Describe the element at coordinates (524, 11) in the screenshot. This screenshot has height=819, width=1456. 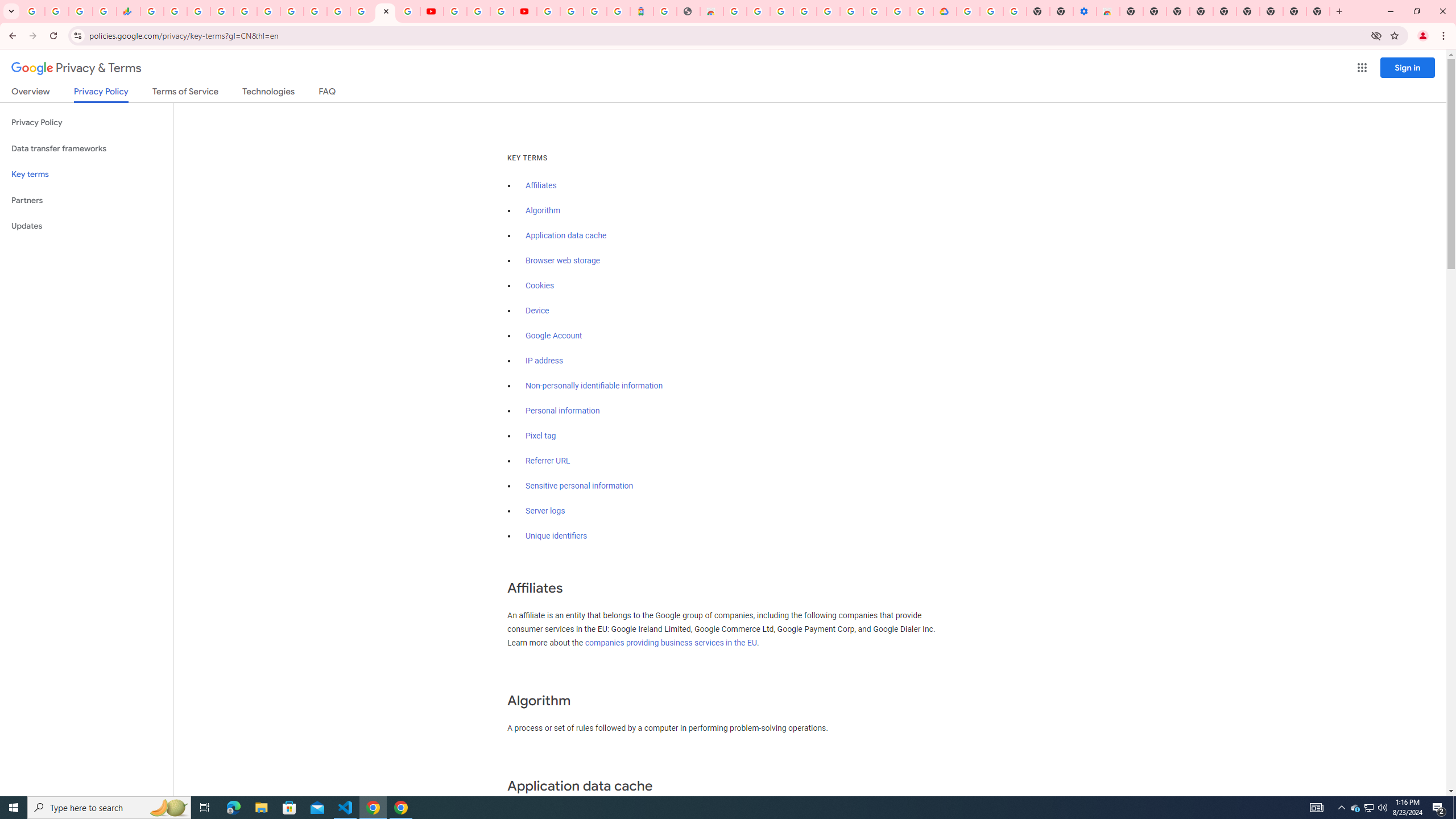
I see `'Content Creator Programs & Opportunities - YouTube Creators'` at that location.